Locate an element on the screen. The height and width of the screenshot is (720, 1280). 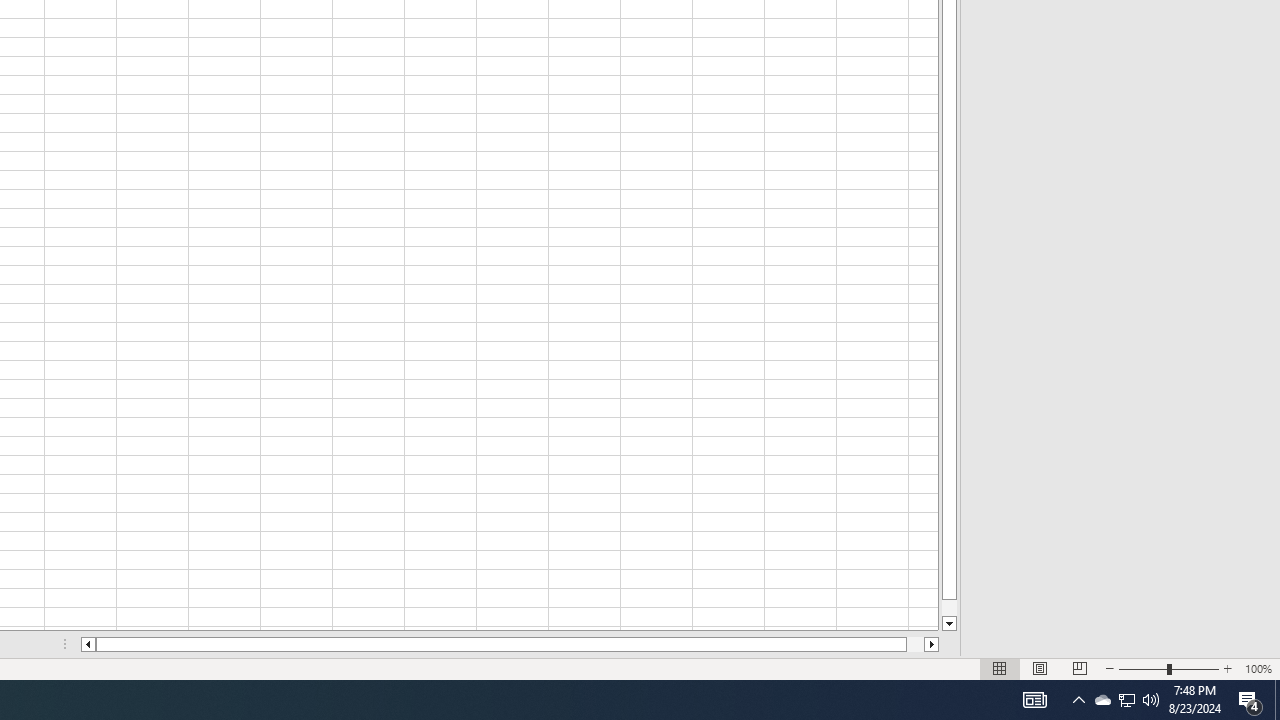
'Page Layout' is located at coordinates (1040, 669).